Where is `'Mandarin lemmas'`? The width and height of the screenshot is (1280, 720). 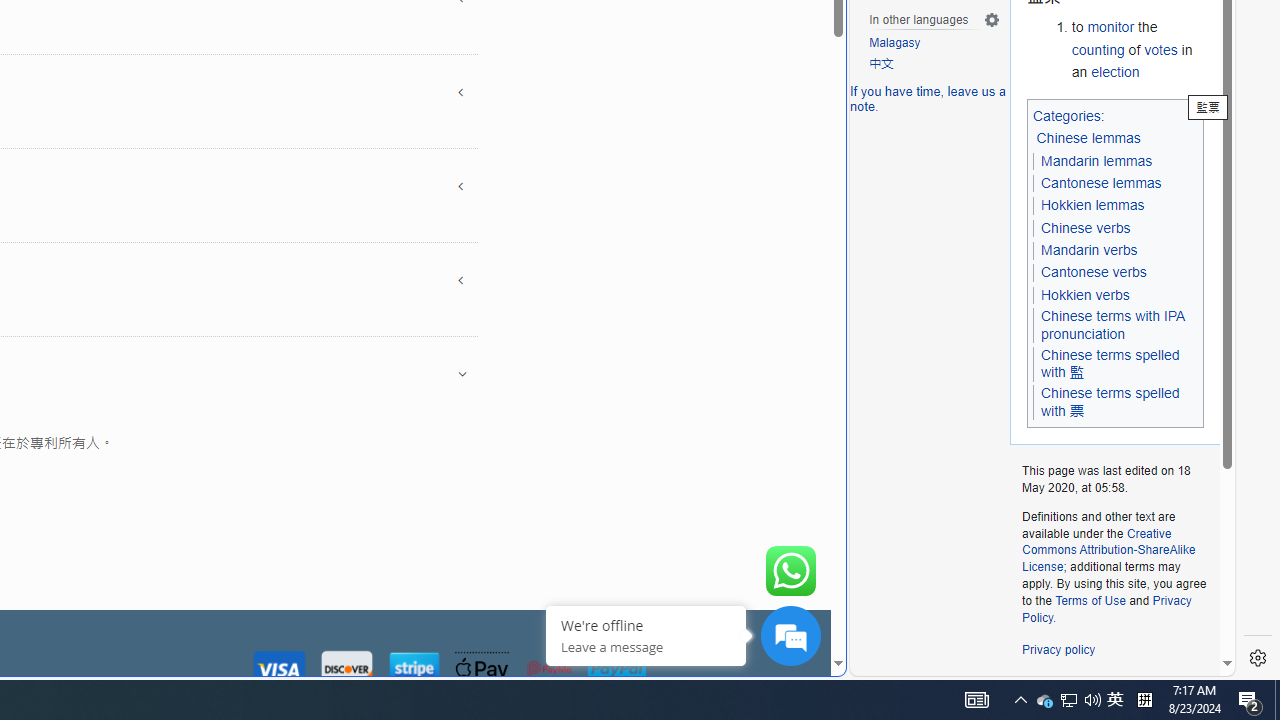 'Mandarin lemmas' is located at coordinates (1095, 159).